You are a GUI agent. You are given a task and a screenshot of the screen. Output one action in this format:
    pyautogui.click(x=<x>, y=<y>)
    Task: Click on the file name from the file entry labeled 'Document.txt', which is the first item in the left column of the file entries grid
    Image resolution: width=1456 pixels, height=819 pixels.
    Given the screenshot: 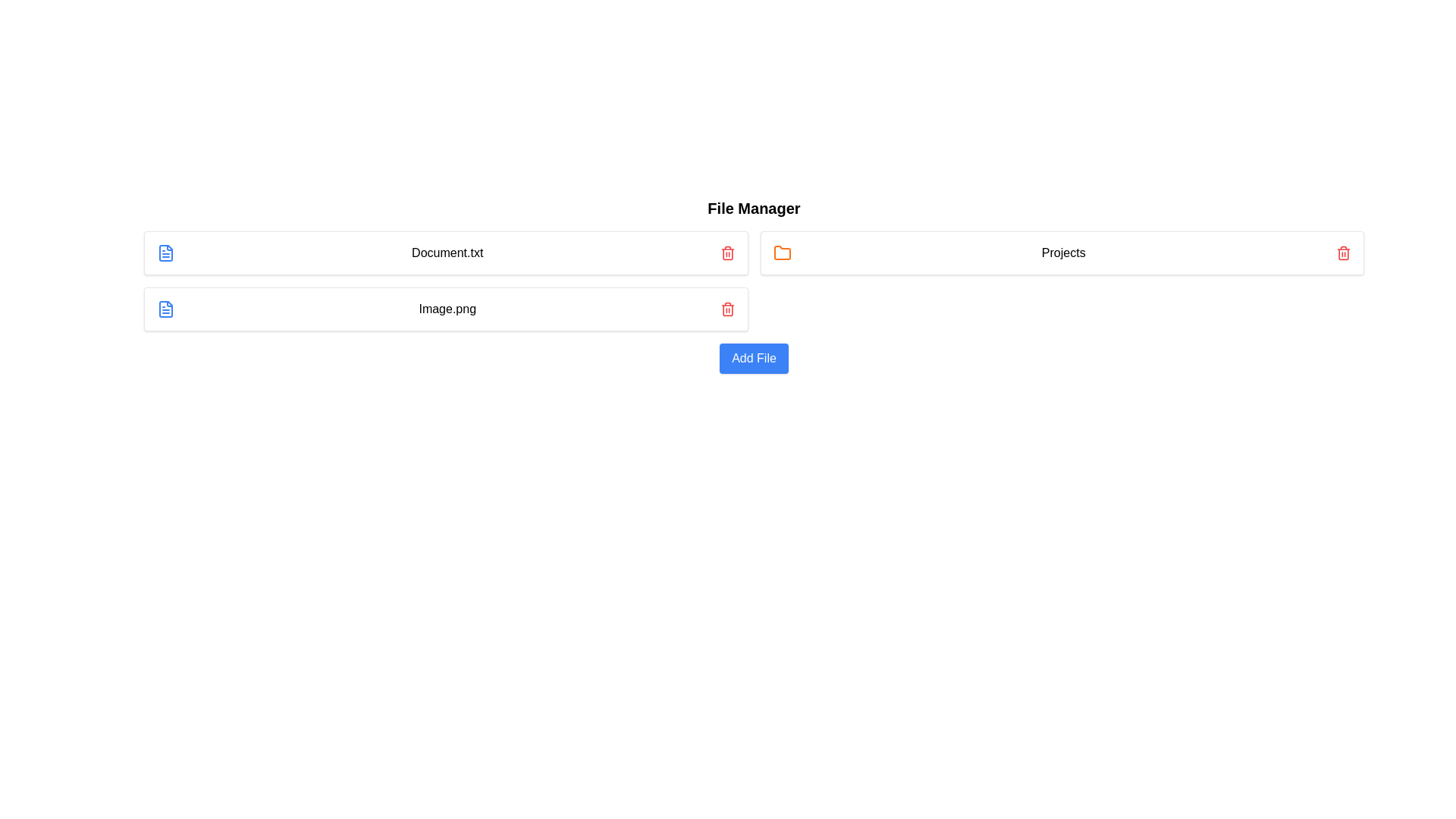 What is the action you would take?
    pyautogui.click(x=445, y=253)
    